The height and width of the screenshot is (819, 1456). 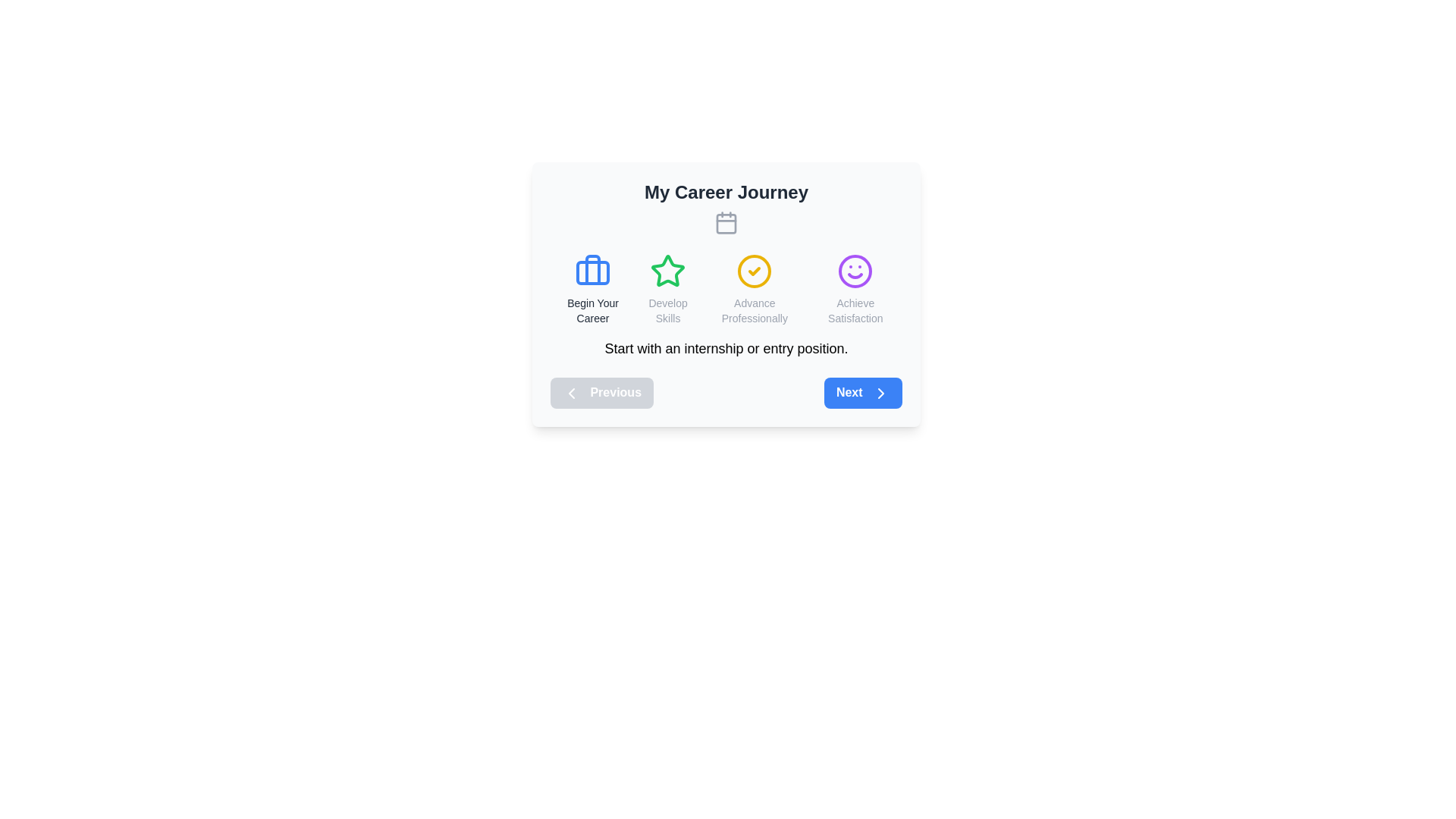 What do you see at coordinates (755, 271) in the screenshot?
I see `the yellow circular icon with a checkmark inside, located in the third section of the card labeled 'Advance Professionally'` at bounding box center [755, 271].